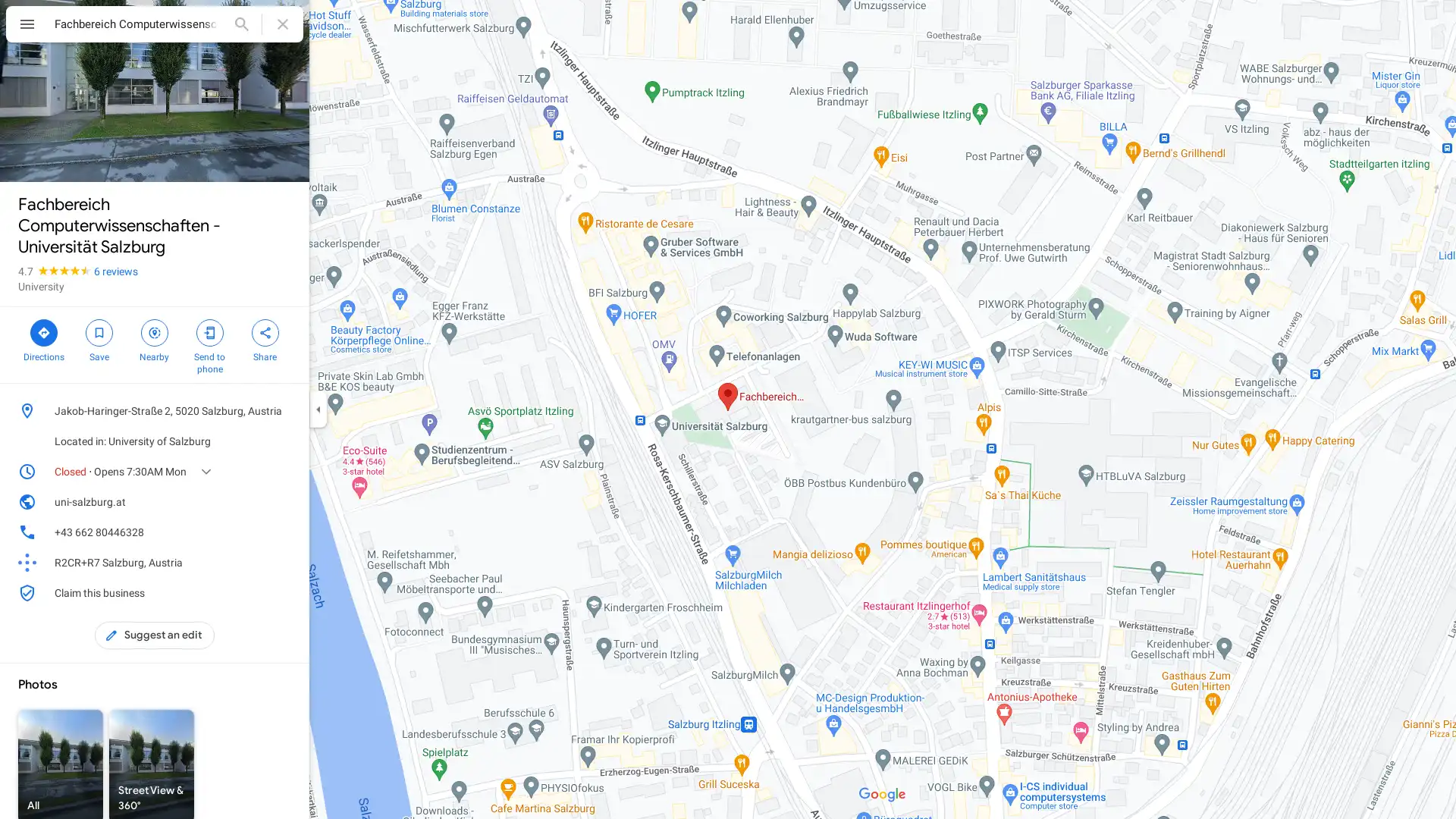  Describe the element at coordinates (27, 26) in the screenshot. I see `Menu` at that location.